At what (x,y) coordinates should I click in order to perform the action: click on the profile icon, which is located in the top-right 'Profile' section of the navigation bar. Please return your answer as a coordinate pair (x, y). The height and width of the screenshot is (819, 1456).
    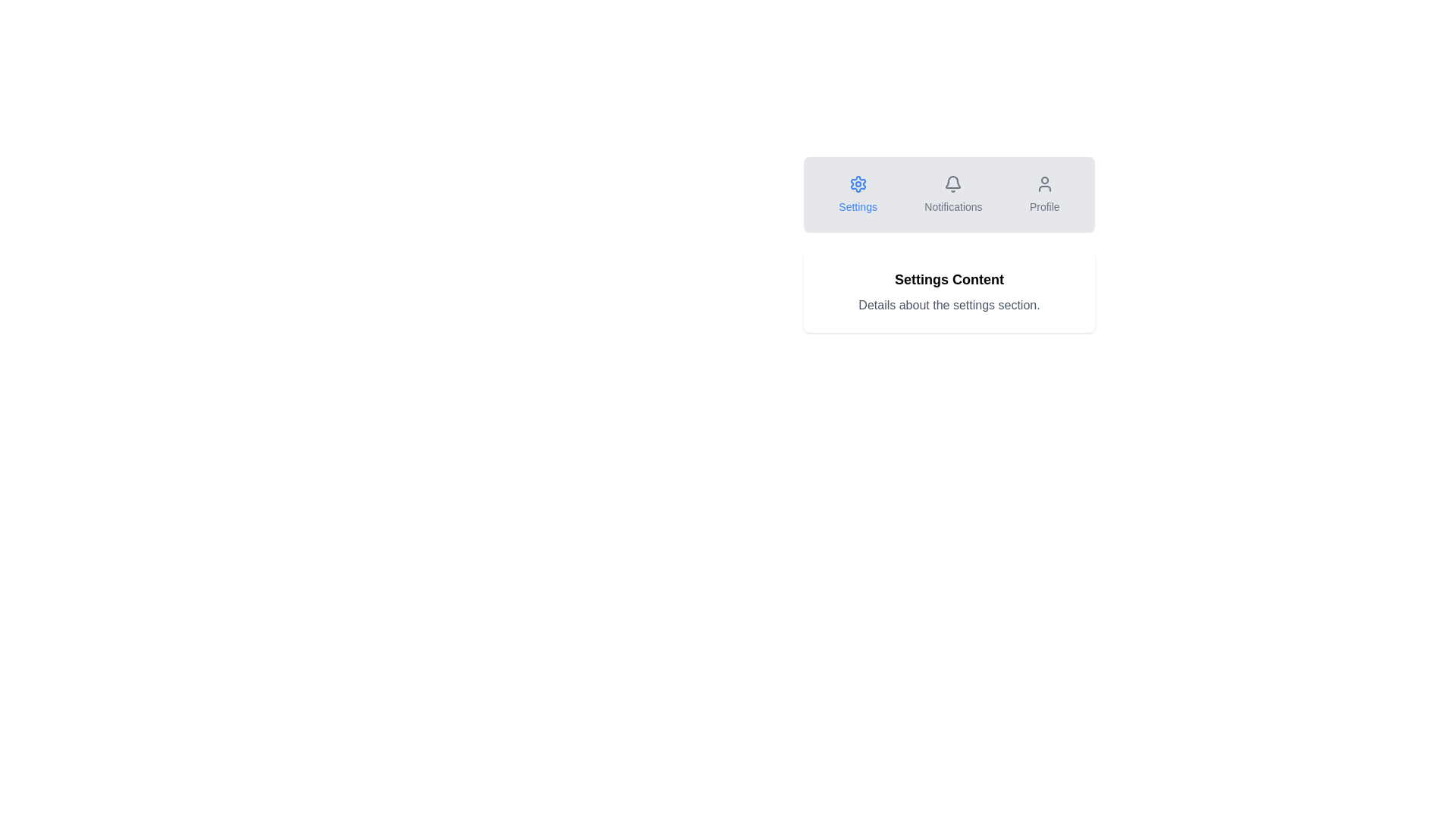
    Looking at the image, I should click on (1043, 184).